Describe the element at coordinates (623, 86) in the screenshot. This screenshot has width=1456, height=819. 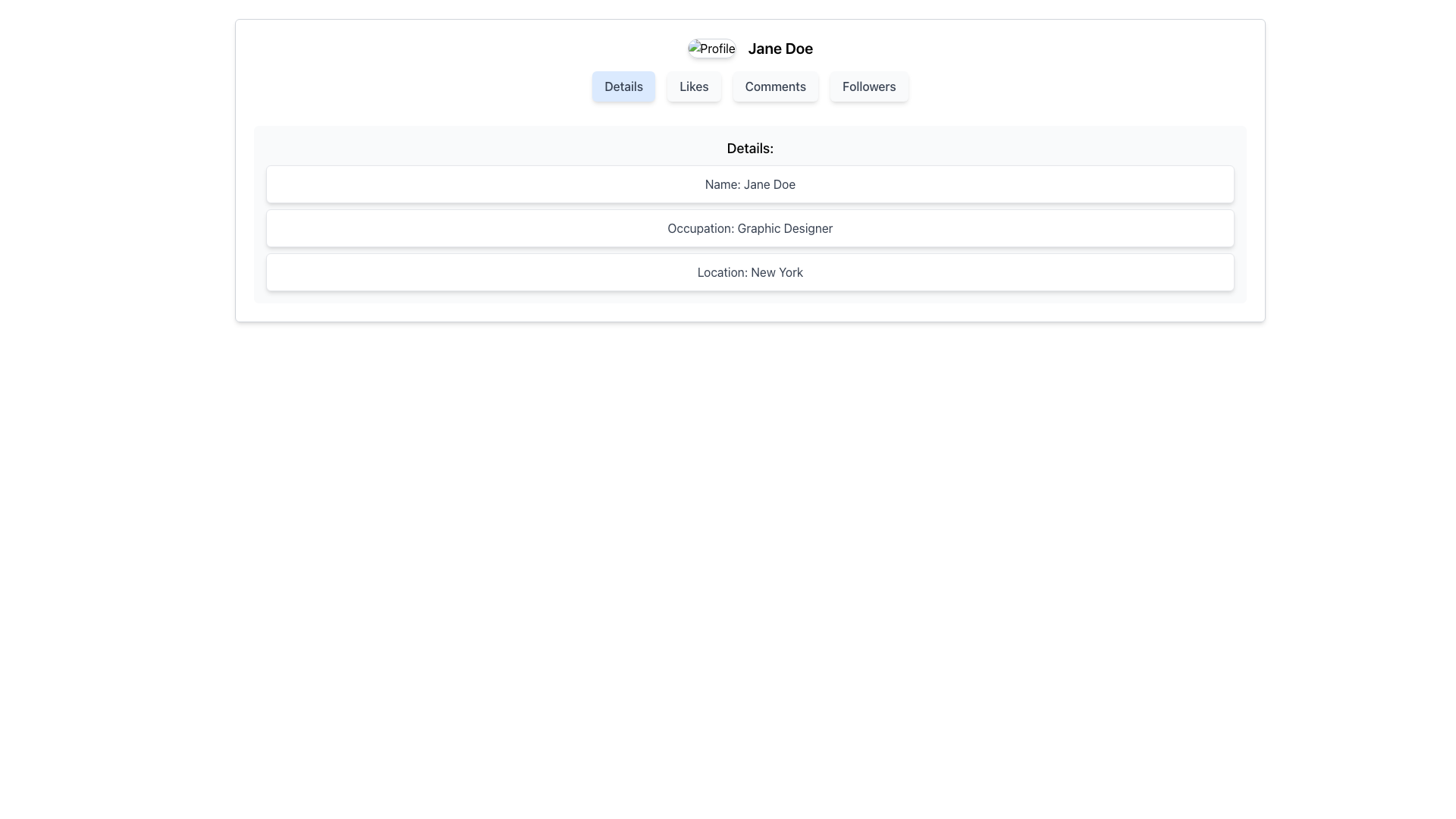
I see `the first button in the horizontal group of buttons located below the profile name 'Jane Doe' to trigger hover effects` at that location.